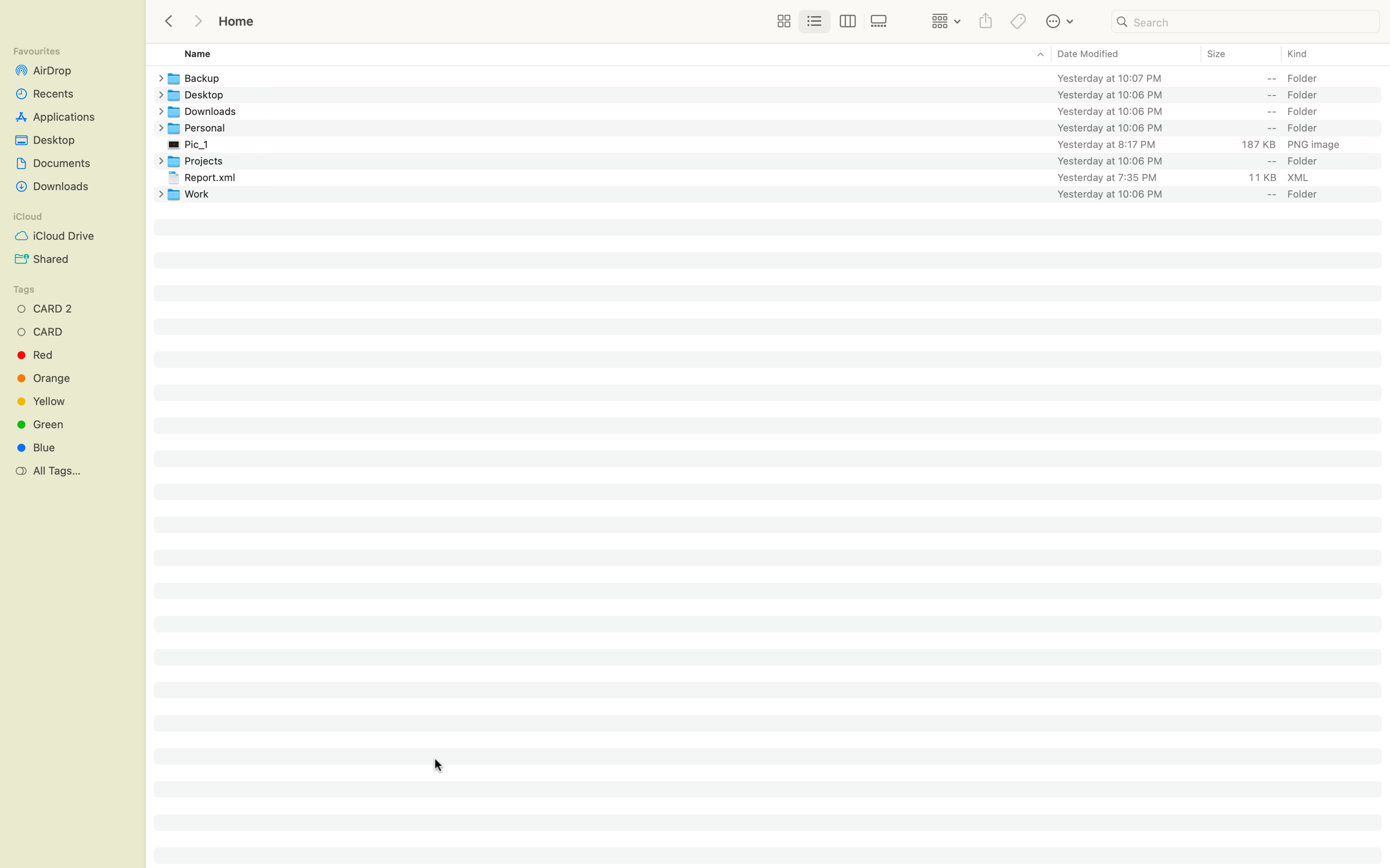 Image resolution: width=1390 pixels, height=868 pixels. I want to click on the Work folder and then return to the previous folder, so click(777, 193).